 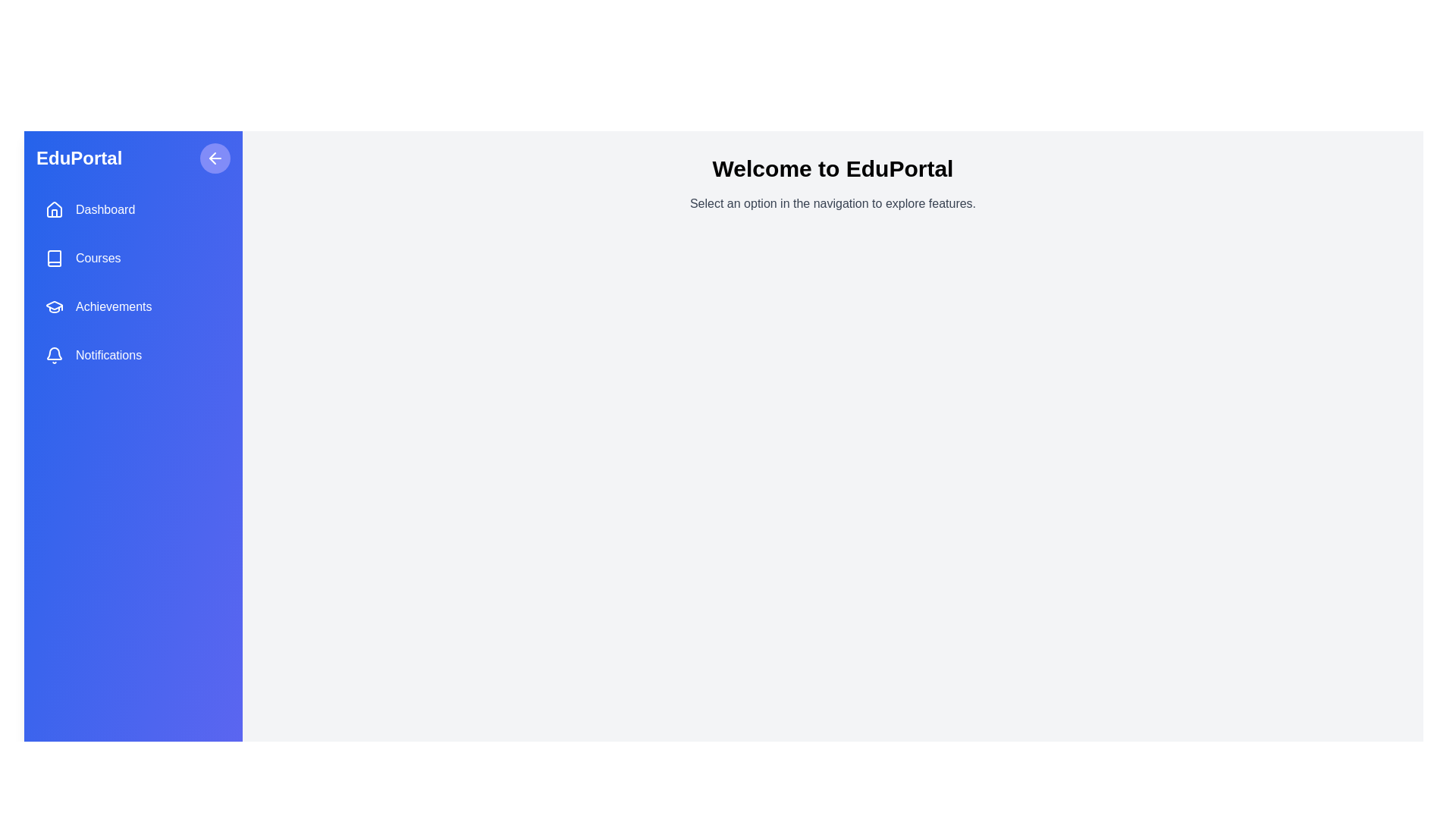 What do you see at coordinates (133, 257) in the screenshot?
I see `the menu item Courses to select it` at bounding box center [133, 257].